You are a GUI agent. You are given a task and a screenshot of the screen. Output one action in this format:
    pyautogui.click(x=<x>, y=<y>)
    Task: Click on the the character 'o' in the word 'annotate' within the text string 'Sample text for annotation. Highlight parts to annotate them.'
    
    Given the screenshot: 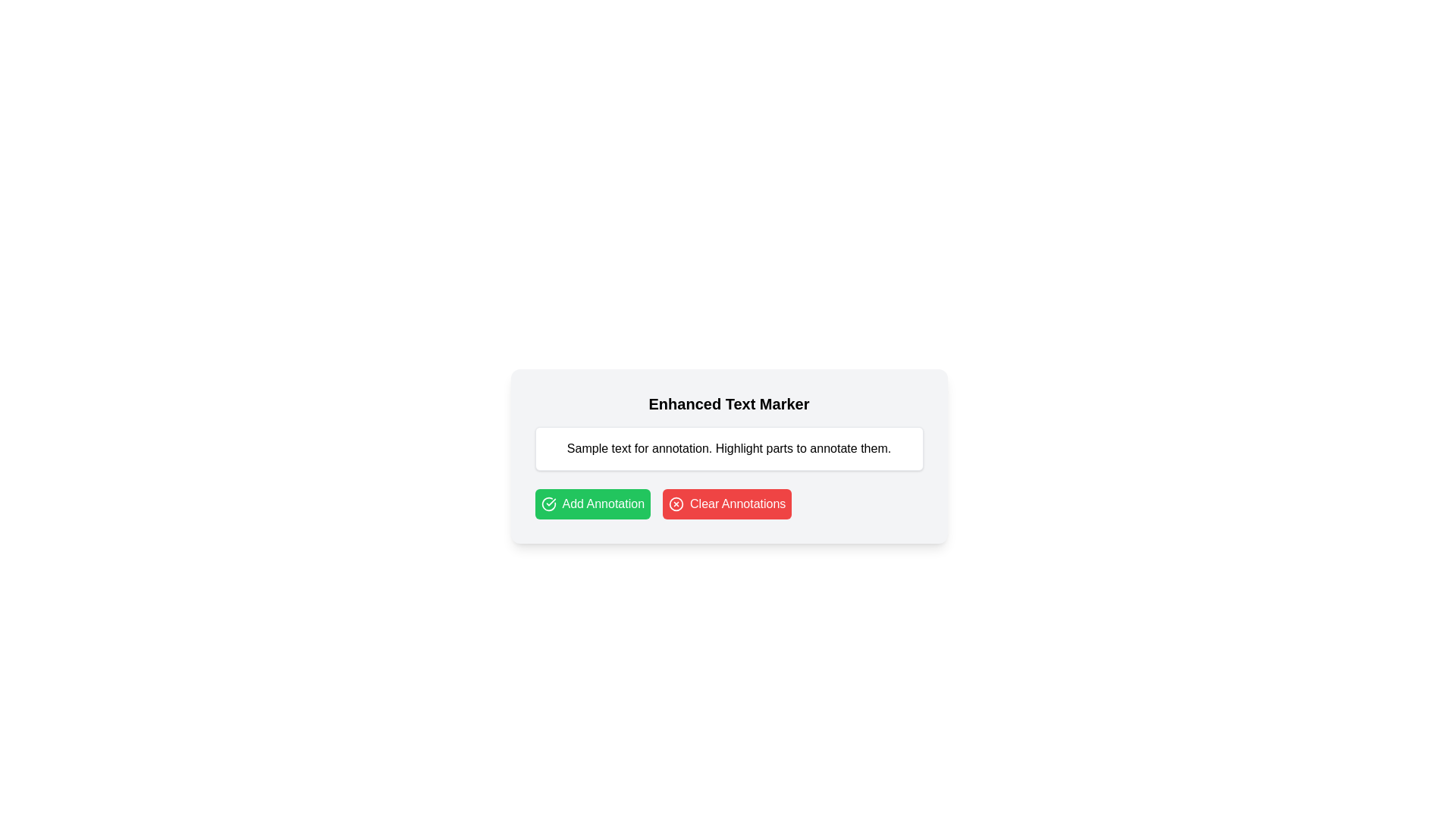 What is the action you would take?
    pyautogui.click(x=833, y=447)
    